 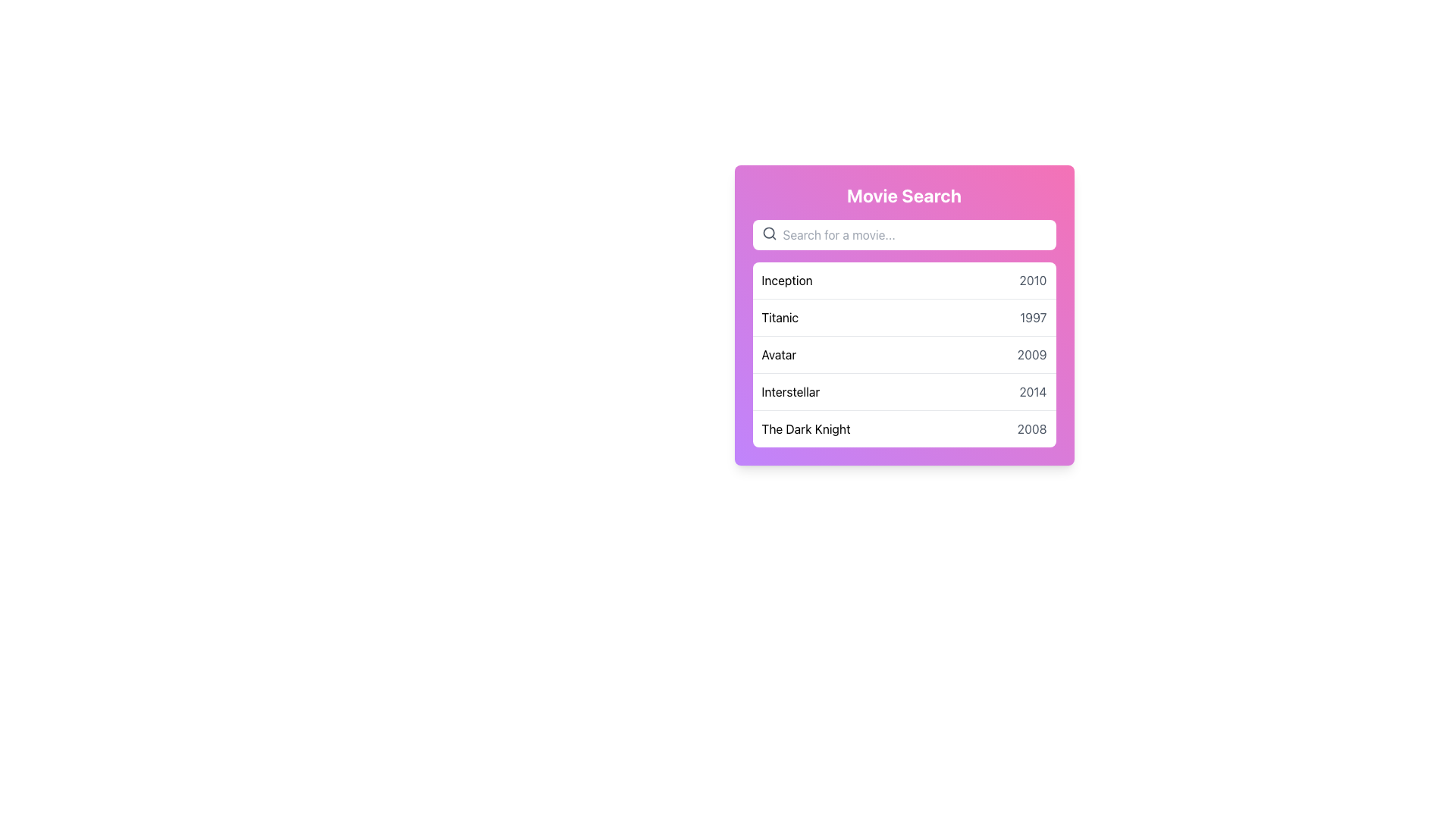 I want to click on the movie title 'Interstellar' displayed in a bold font within the movie search result table, so click(x=789, y=391).